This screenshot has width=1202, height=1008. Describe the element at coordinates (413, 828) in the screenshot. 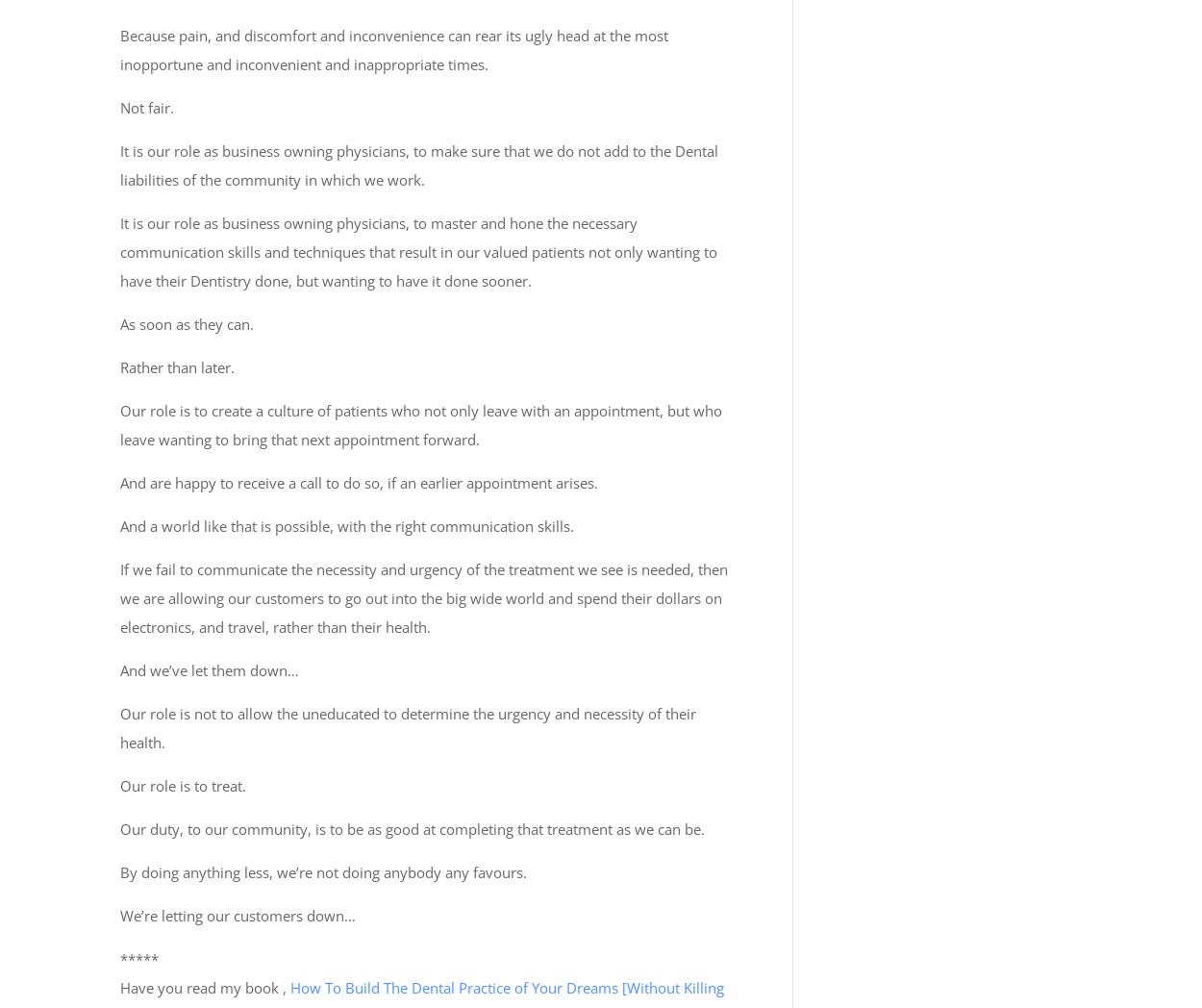

I see `'Our duty, to our community, is to be as good at completing that treatment as we can be.'` at that location.